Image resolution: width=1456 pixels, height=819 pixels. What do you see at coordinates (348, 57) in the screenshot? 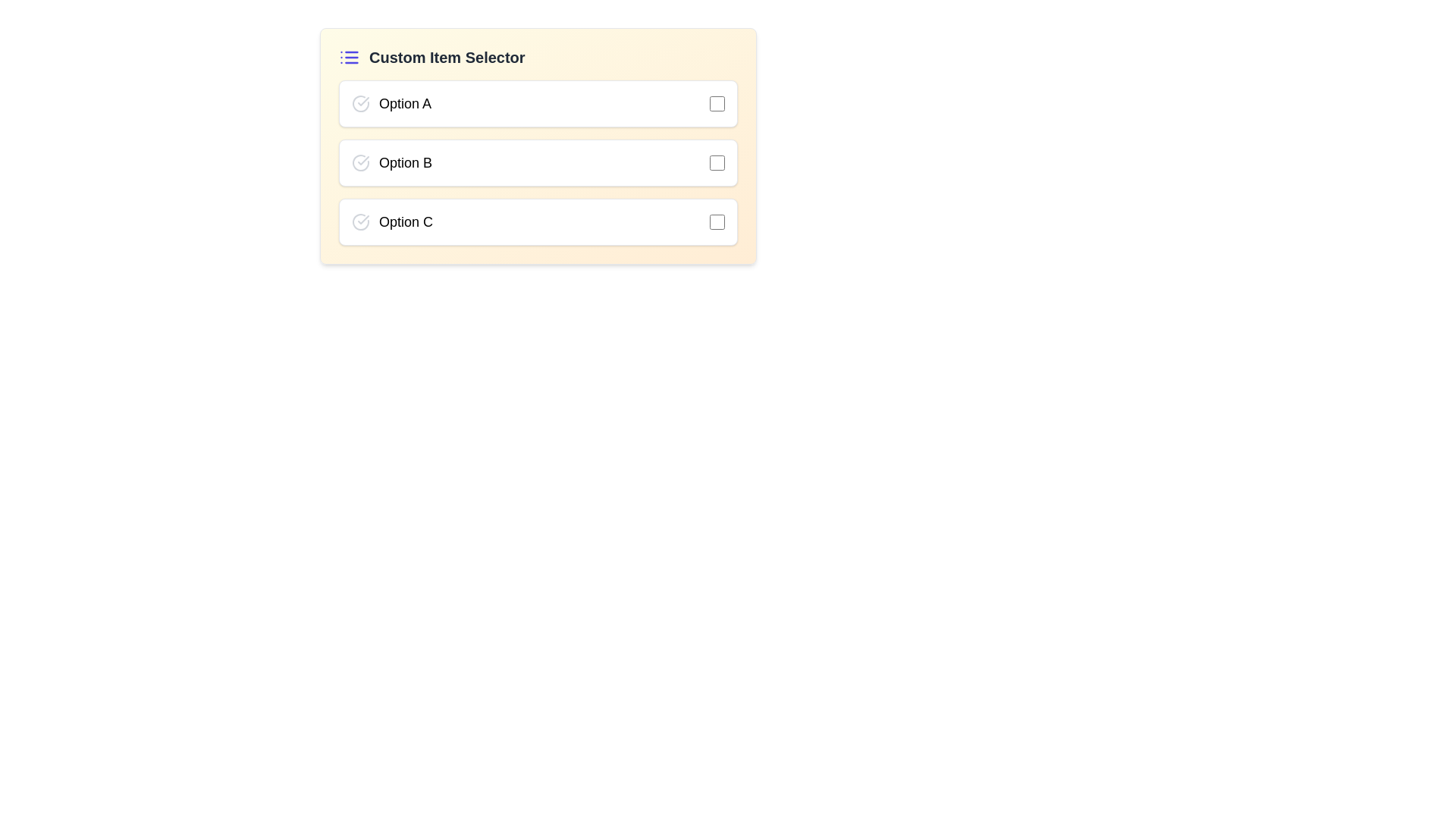
I see `the visual state of the Icon that denotes the 'Custom Item Selector' section, located at the top-left corner of the section, to the immediate left of the text label` at bounding box center [348, 57].